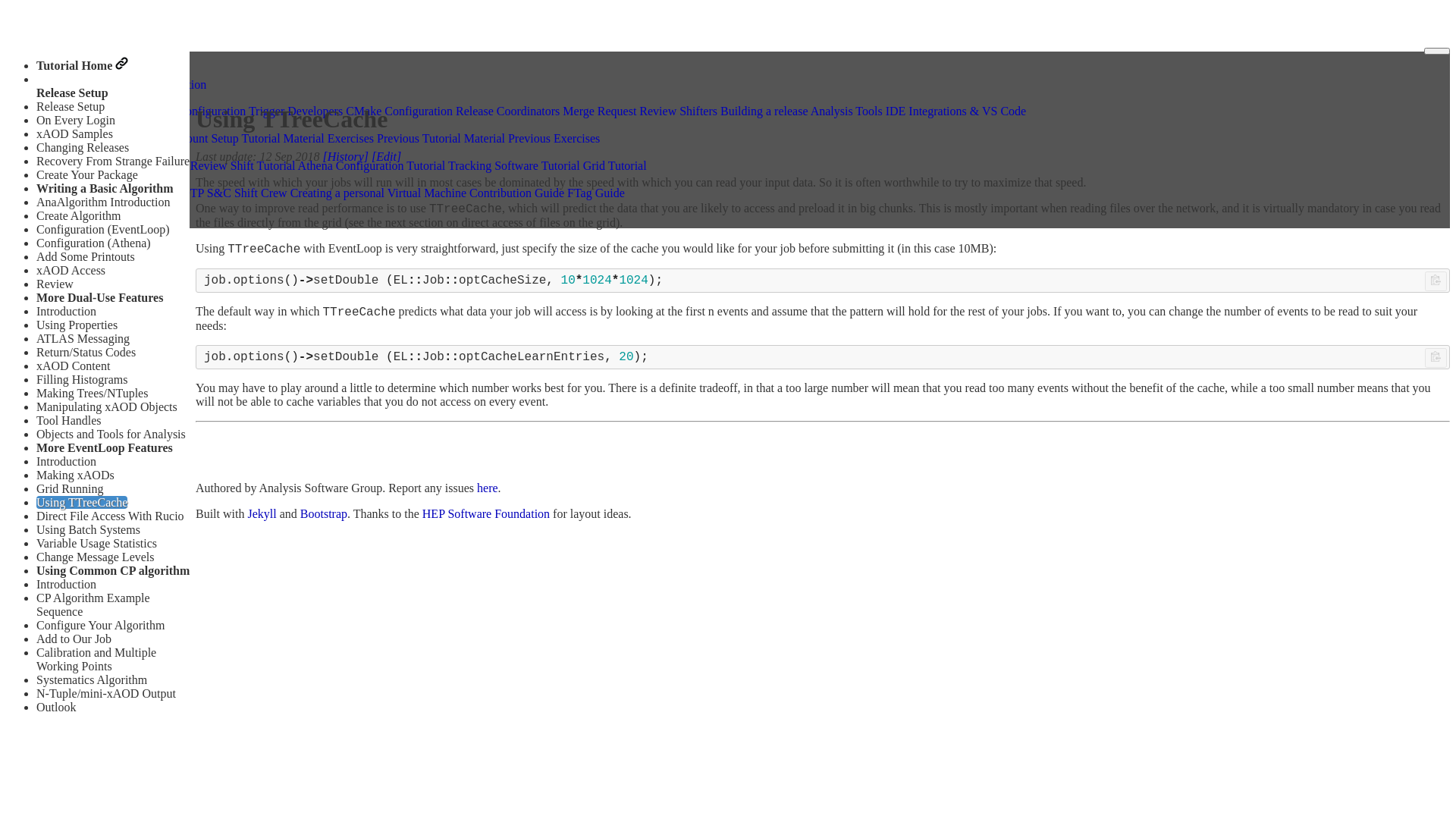  I want to click on 'Objects and Tools for Analysis', so click(110, 434).